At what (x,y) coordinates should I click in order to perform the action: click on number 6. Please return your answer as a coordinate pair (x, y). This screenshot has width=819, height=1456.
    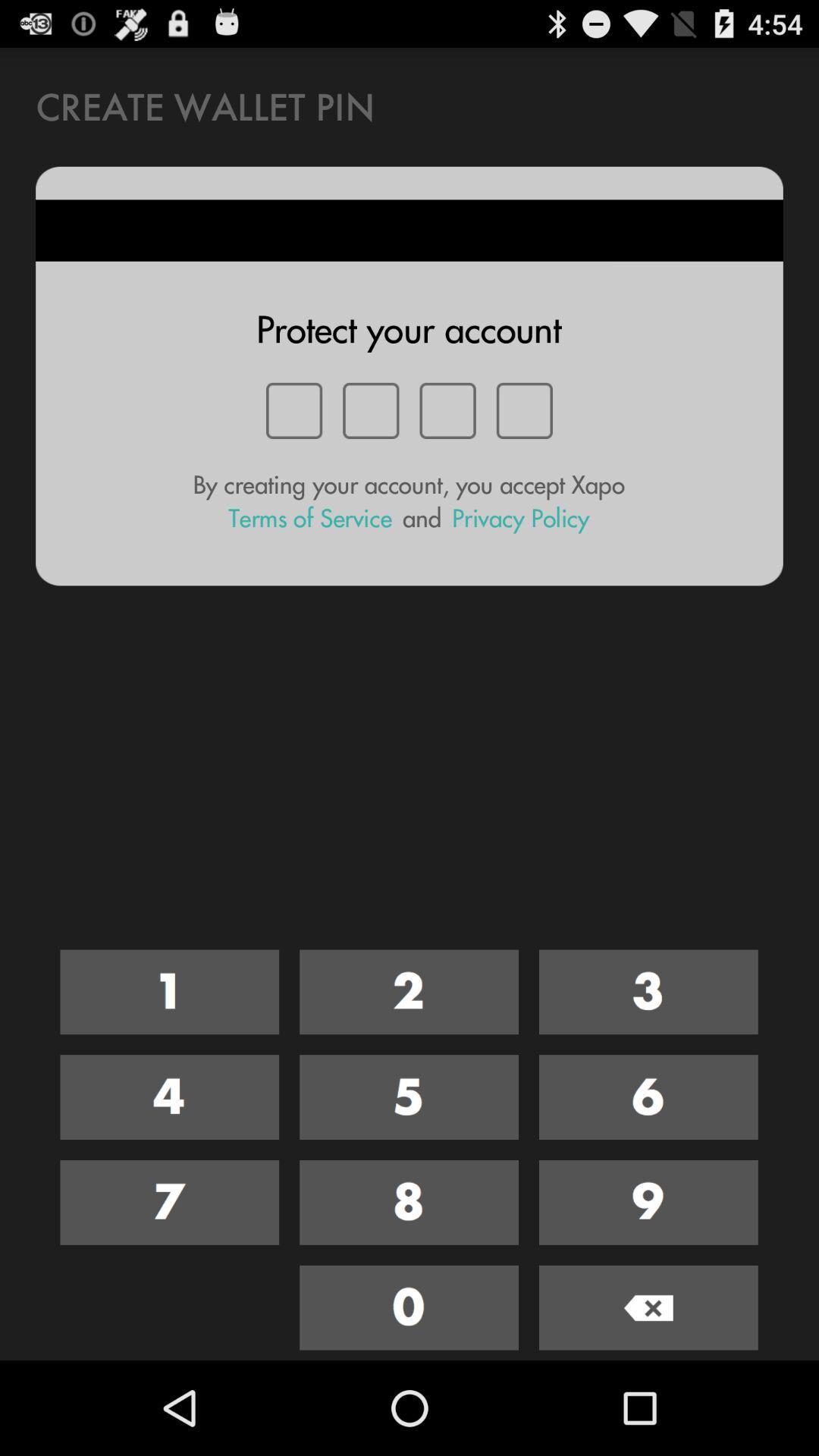
    Looking at the image, I should click on (648, 1097).